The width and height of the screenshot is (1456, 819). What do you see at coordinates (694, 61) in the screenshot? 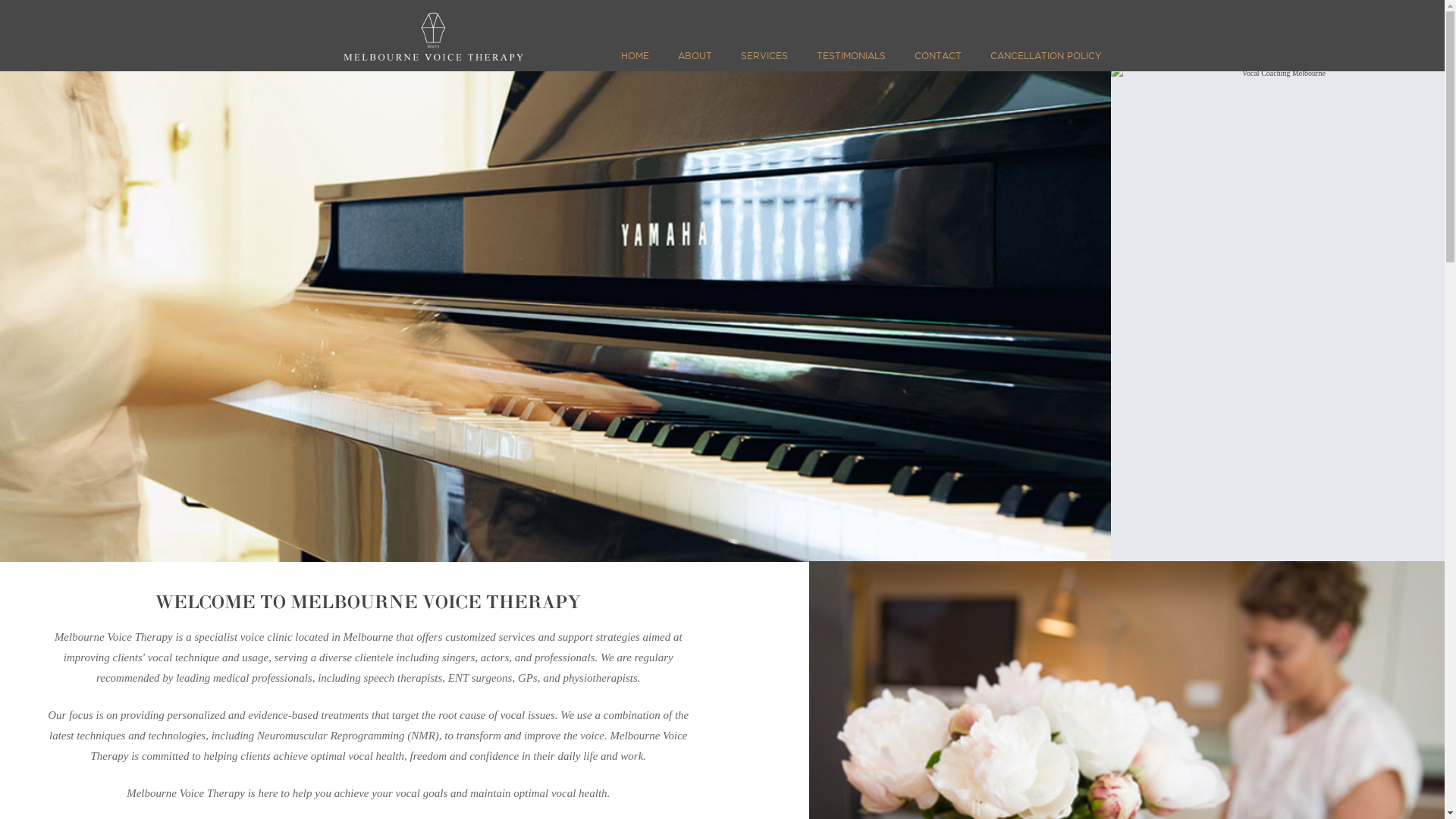
I see `'ABOUT'` at bounding box center [694, 61].